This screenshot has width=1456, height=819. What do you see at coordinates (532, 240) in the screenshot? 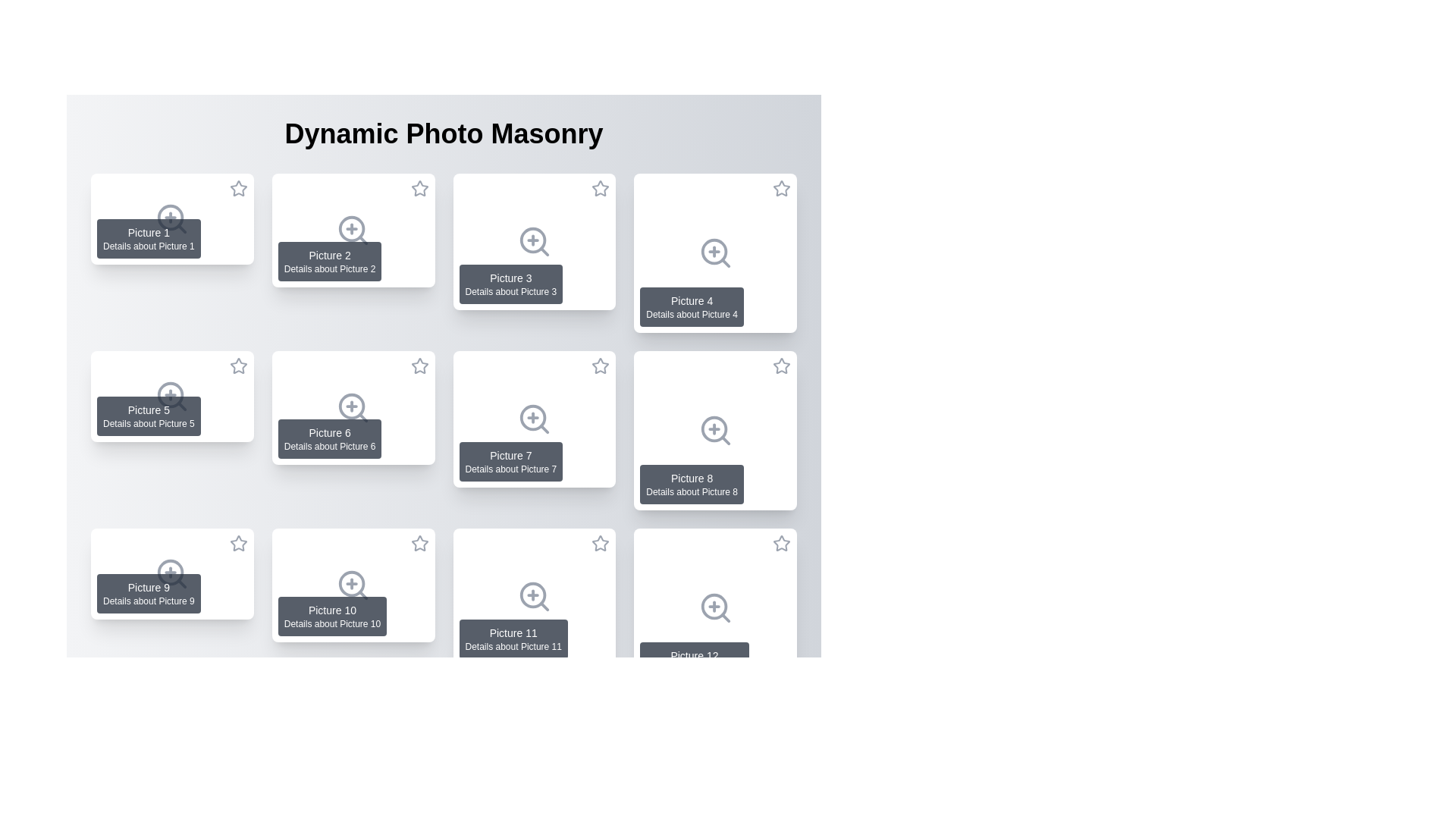
I see `the outer circular boundary of the zoom-in magnifying glass icon located in the 'Picture 3' card, positioned in the second row, third column of the grid layout using assistive technologies` at bounding box center [532, 240].